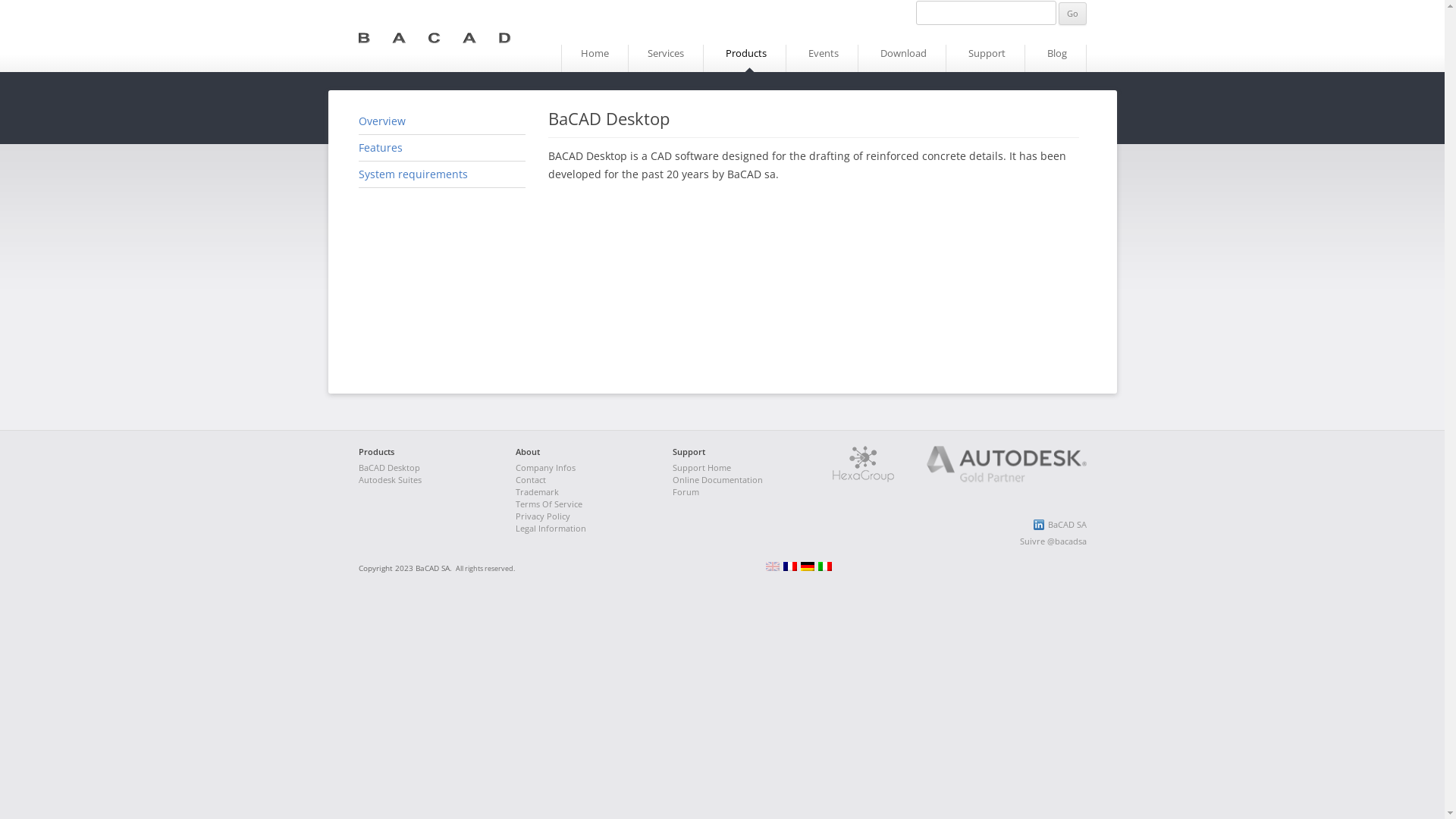  What do you see at coordinates (550, 527) in the screenshot?
I see `'Legal Information'` at bounding box center [550, 527].